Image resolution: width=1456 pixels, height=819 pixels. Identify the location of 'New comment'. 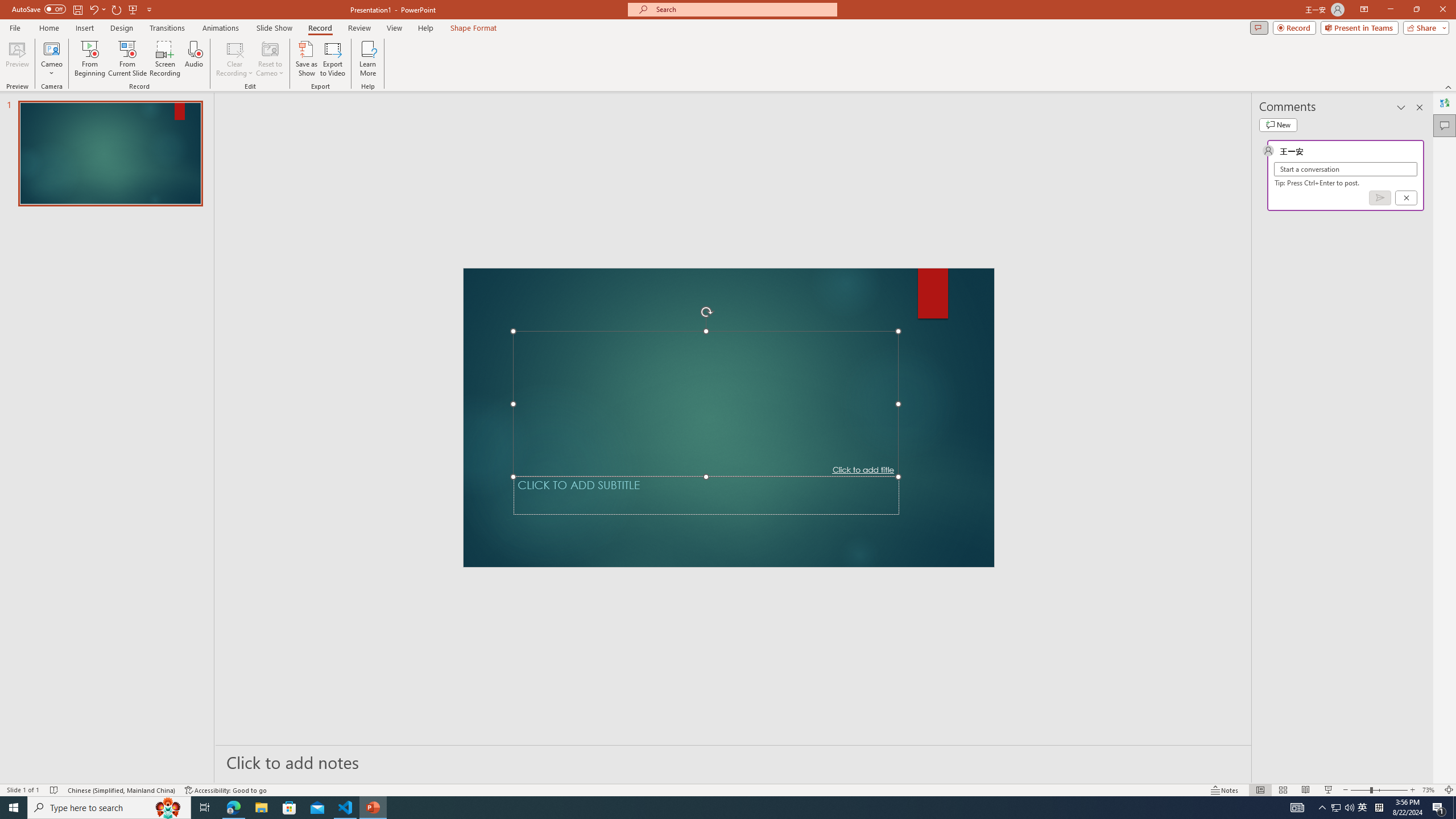
(1277, 124).